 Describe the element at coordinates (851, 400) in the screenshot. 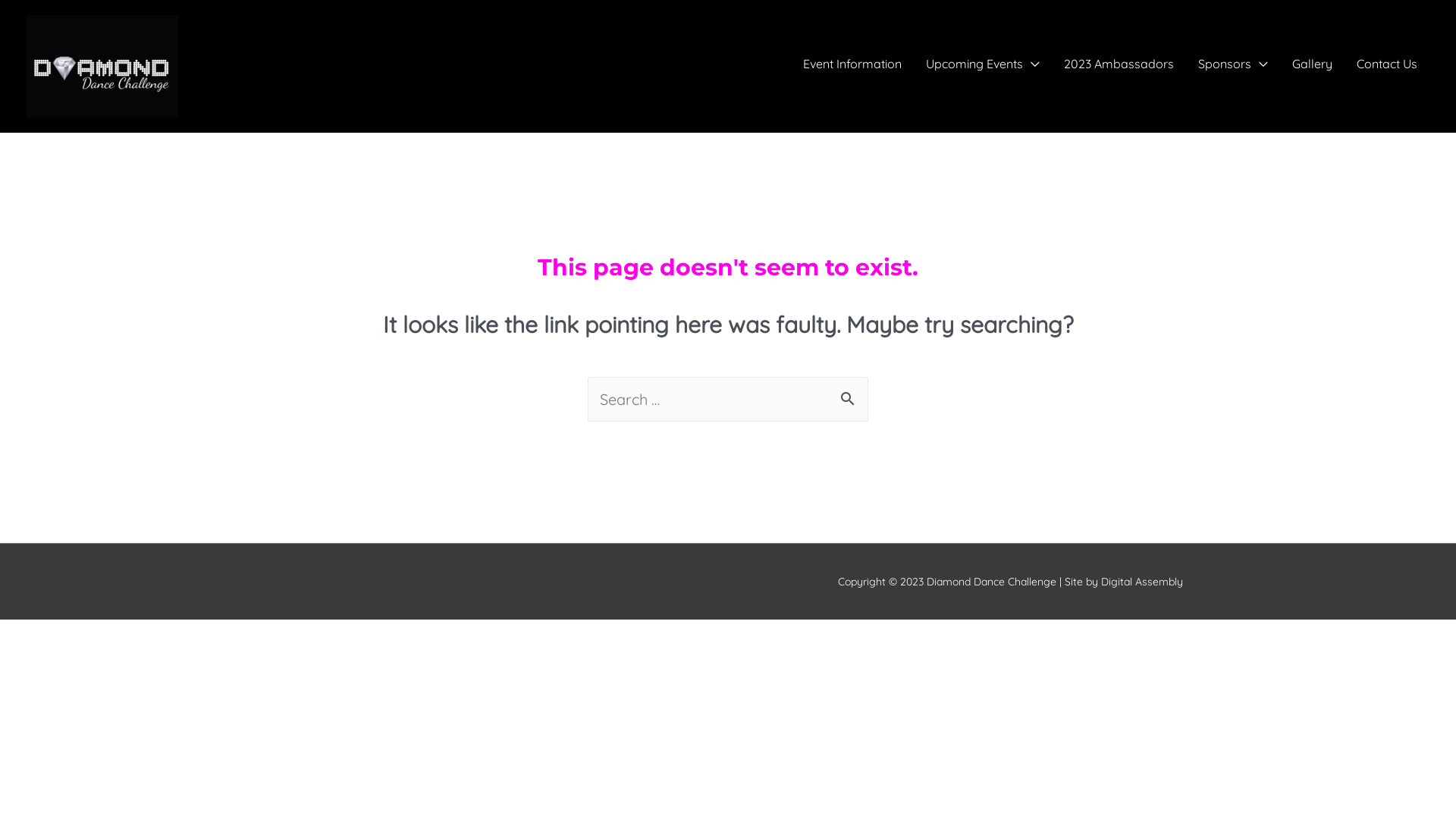

I see `'Search'` at that location.